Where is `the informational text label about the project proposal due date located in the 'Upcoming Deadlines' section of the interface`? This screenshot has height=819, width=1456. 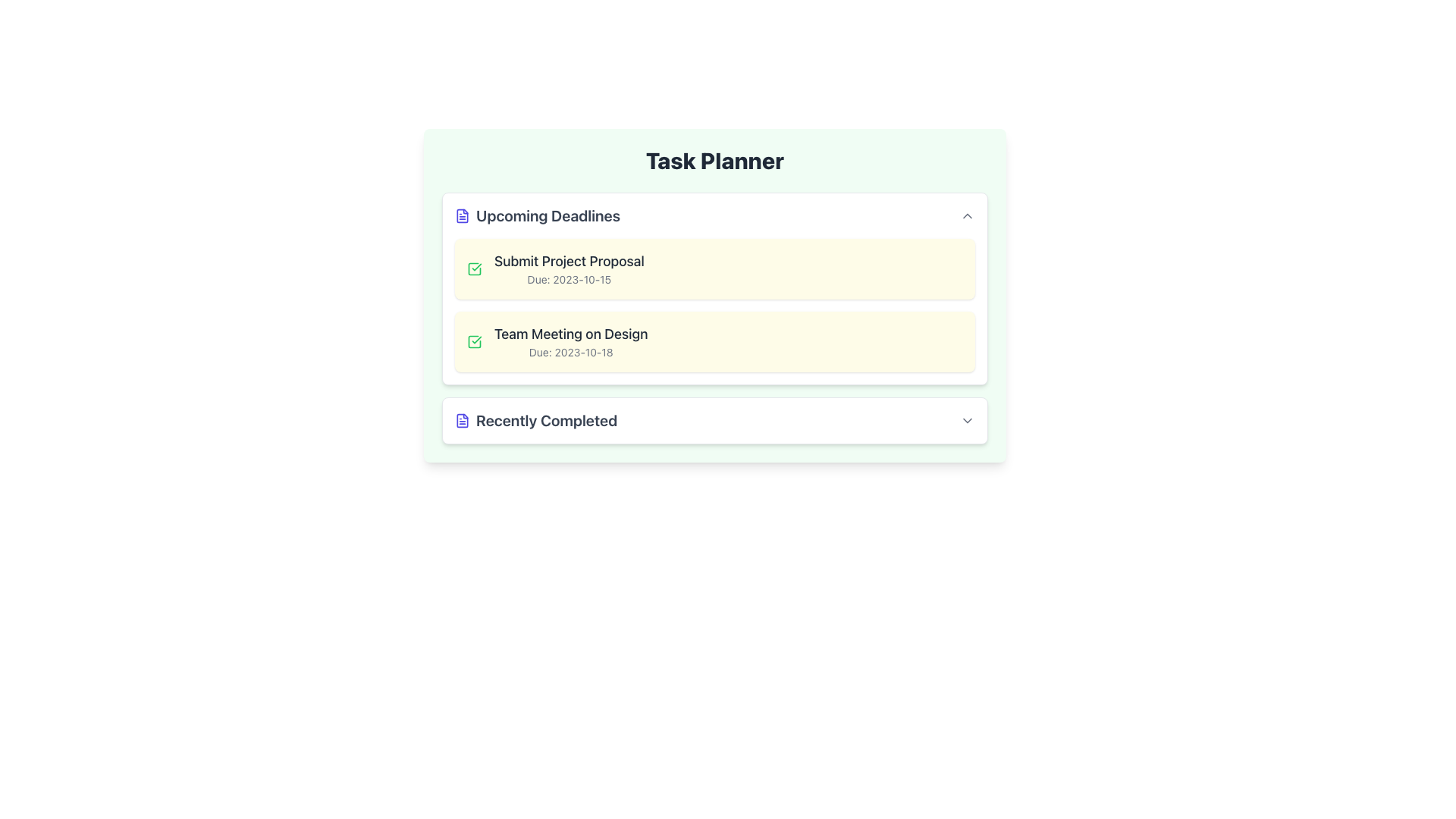
the informational text label about the project proposal due date located in the 'Upcoming Deadlines' section of the interface is located at coordinates (568, 268).